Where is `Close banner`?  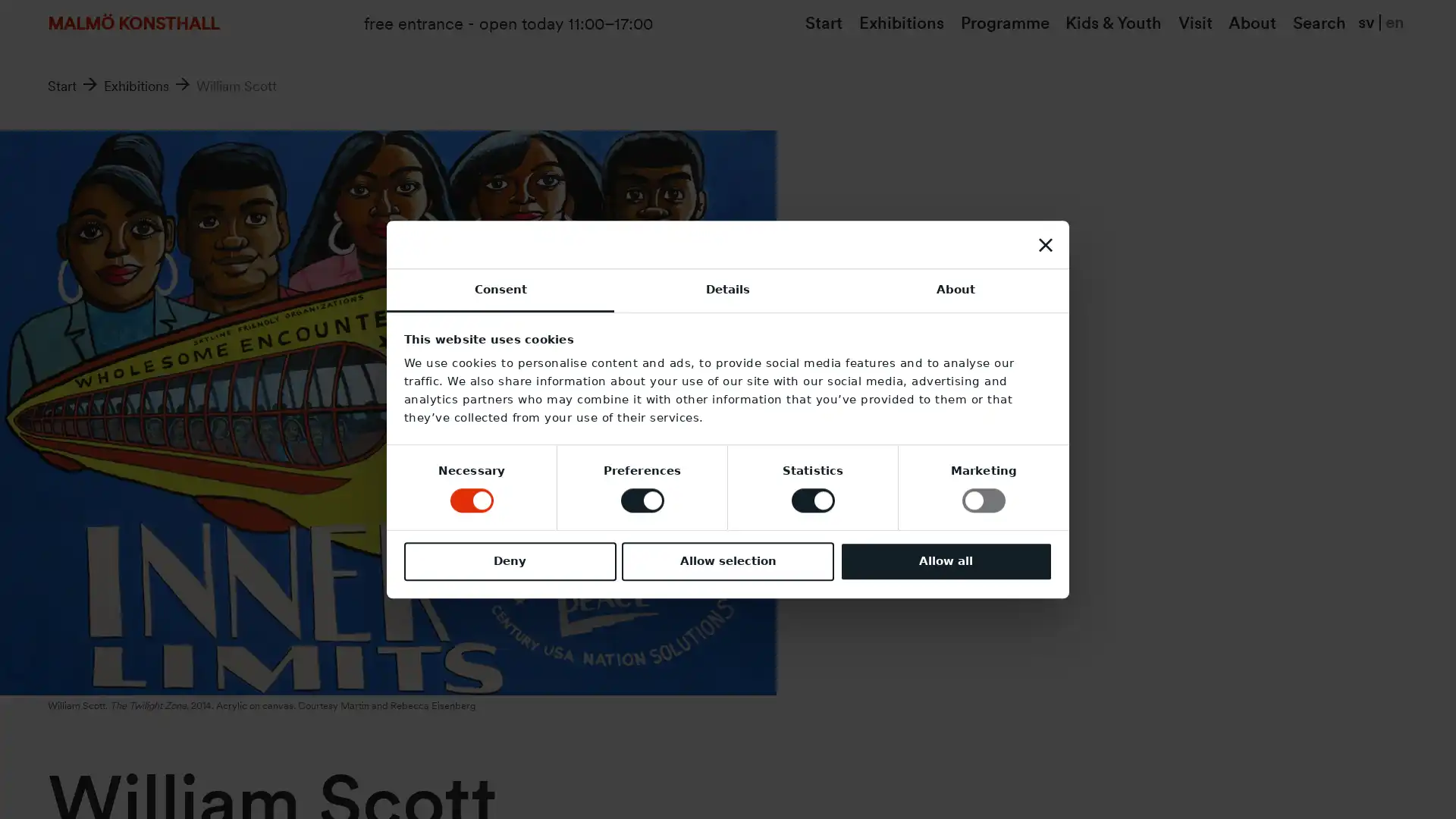
Close banner is located at coordinates (1043, 243).